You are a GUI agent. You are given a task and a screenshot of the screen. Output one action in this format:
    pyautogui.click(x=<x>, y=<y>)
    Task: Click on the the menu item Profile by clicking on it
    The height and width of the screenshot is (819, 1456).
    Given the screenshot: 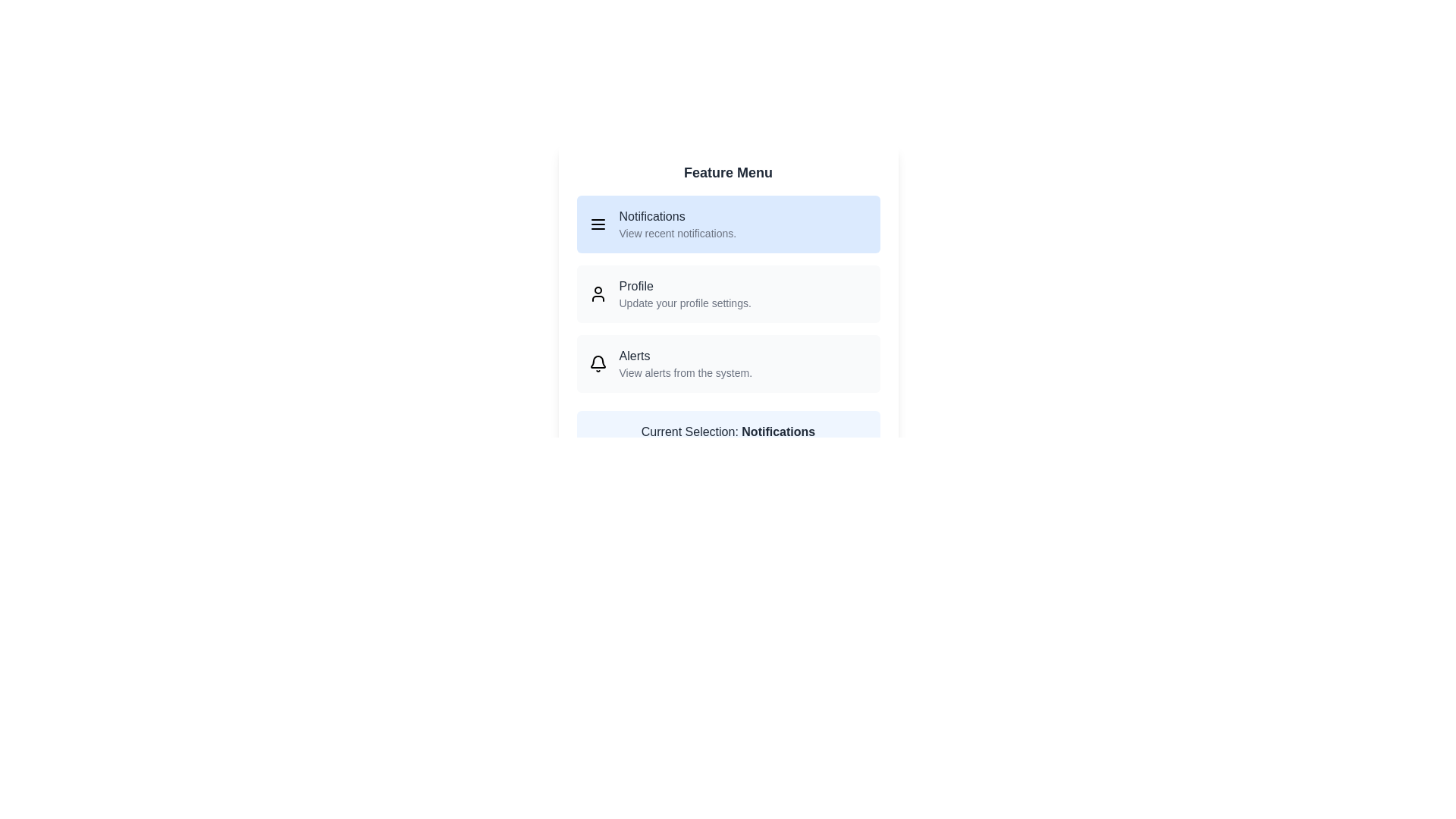 What is the action you would take?
    pyautogui.click(x=728, y=294)
    